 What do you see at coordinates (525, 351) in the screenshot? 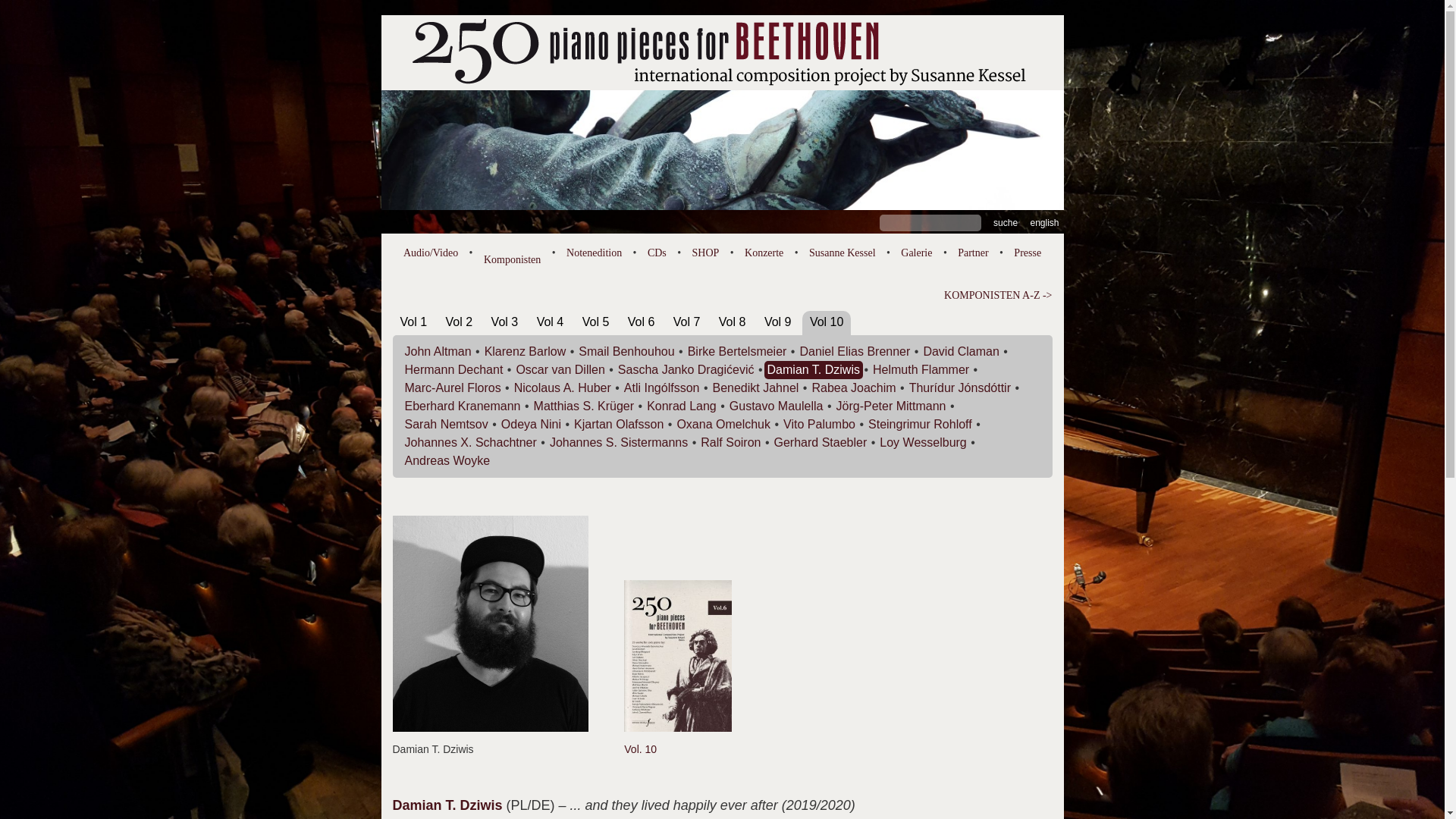
I see `'Klarenz Barlow'` at bounding box center [525, 351].